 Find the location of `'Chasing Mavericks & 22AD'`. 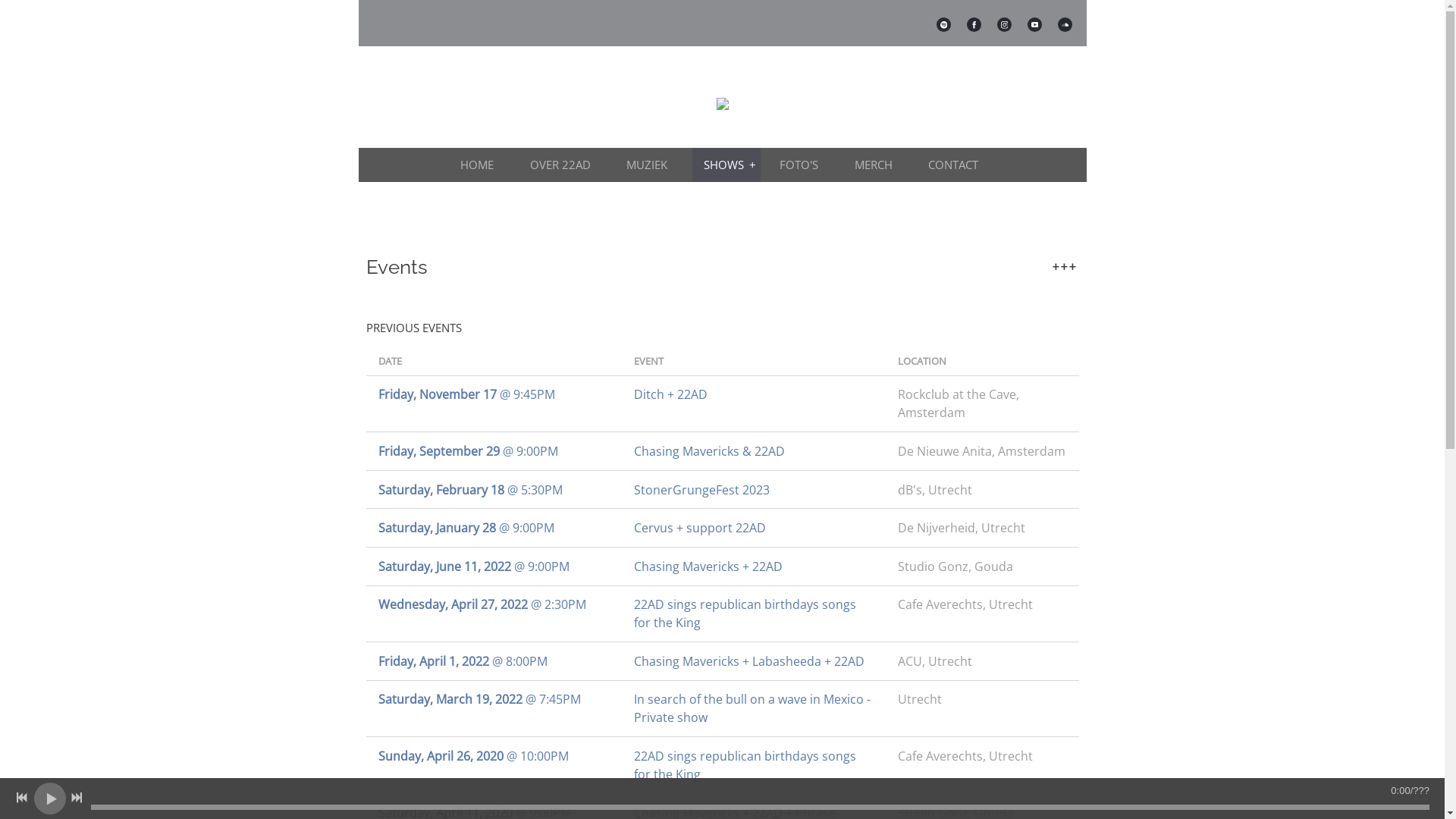

'Chasing Mavericks & 22AD' is located at coordinates (633, 450).